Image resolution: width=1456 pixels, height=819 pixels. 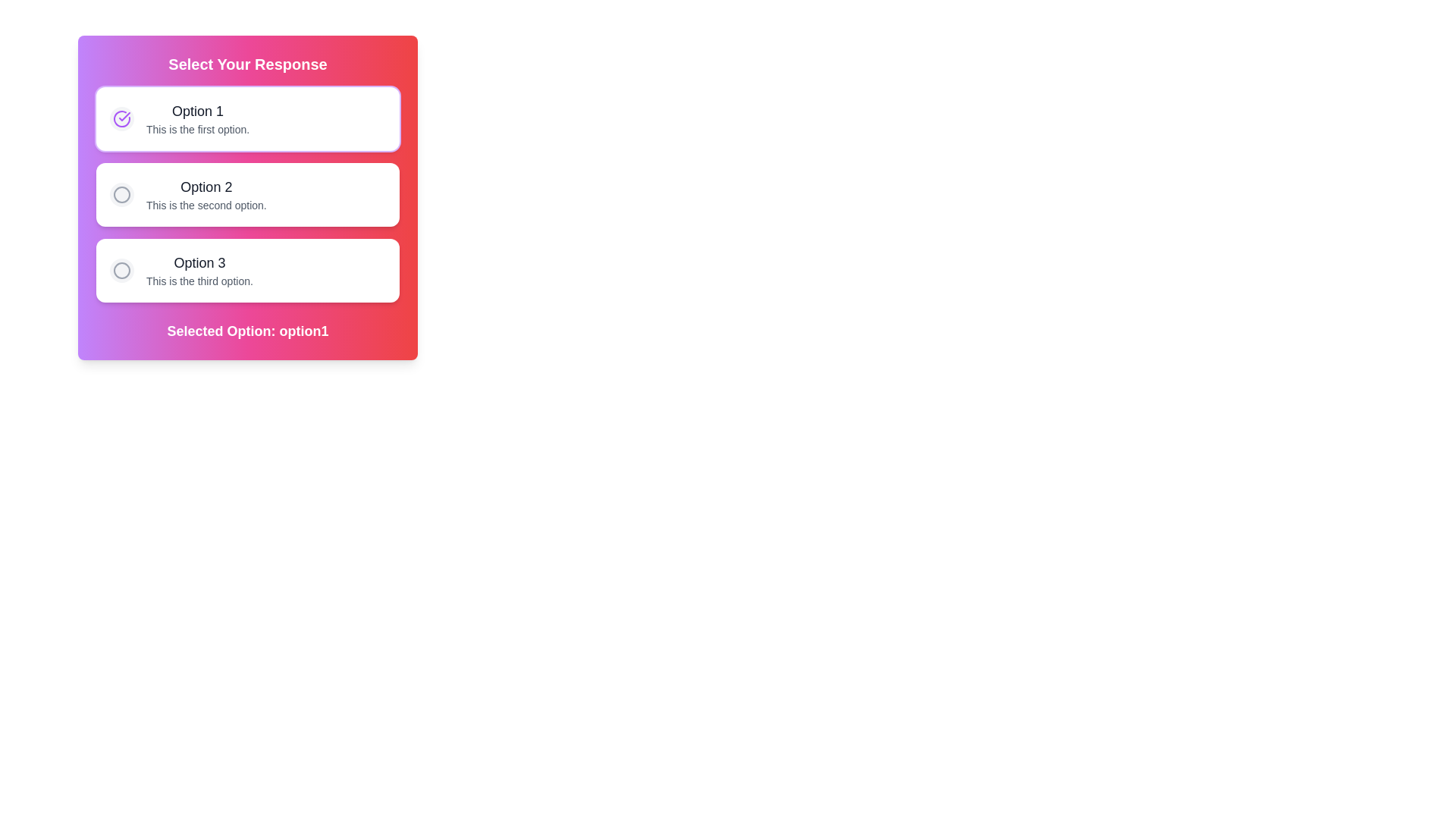 I want to click on the second radio button option in a vertical list, so click(x=247, y=197).